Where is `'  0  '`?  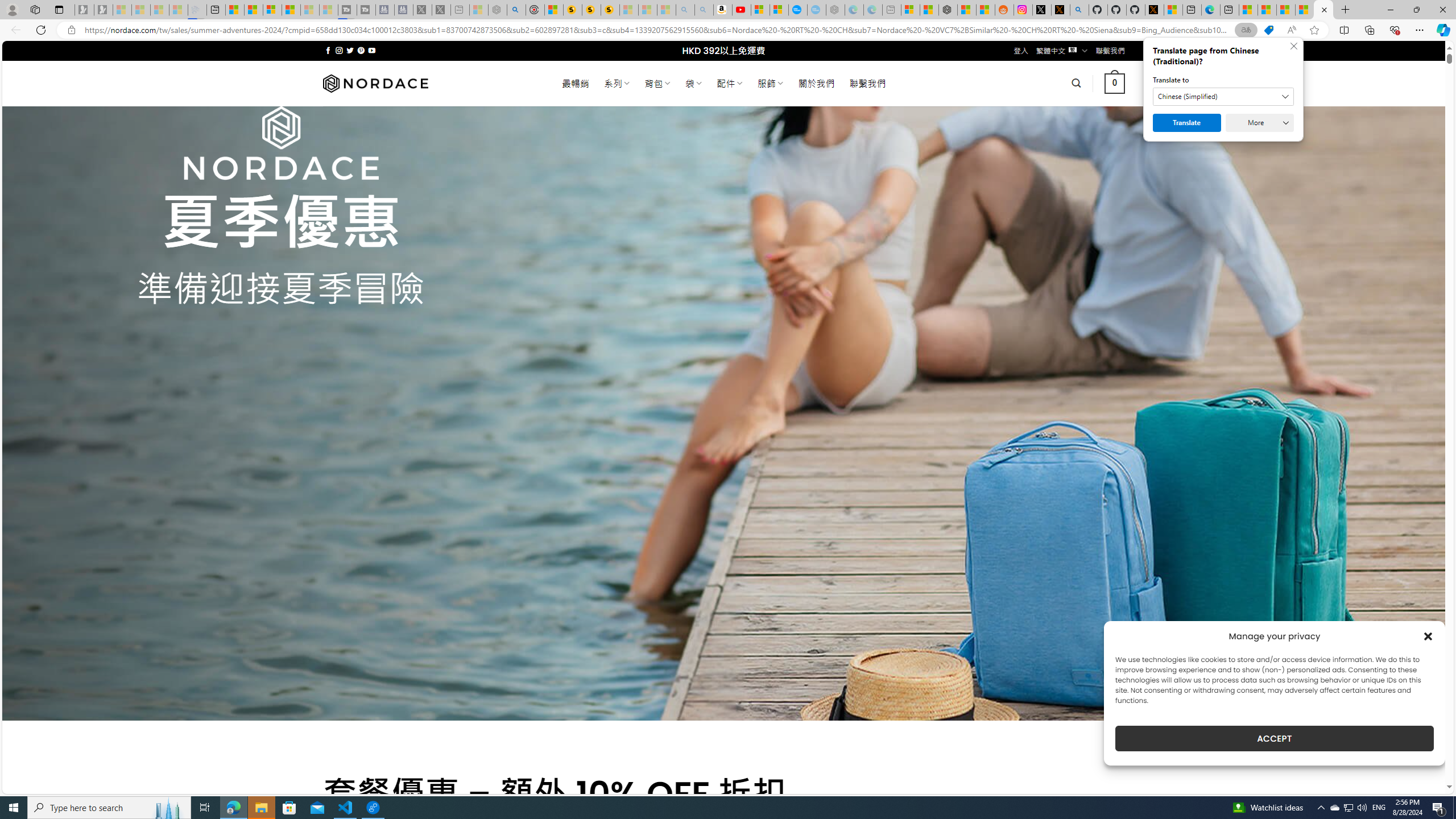
'  0  ' is located at coordinates (1115, 82).